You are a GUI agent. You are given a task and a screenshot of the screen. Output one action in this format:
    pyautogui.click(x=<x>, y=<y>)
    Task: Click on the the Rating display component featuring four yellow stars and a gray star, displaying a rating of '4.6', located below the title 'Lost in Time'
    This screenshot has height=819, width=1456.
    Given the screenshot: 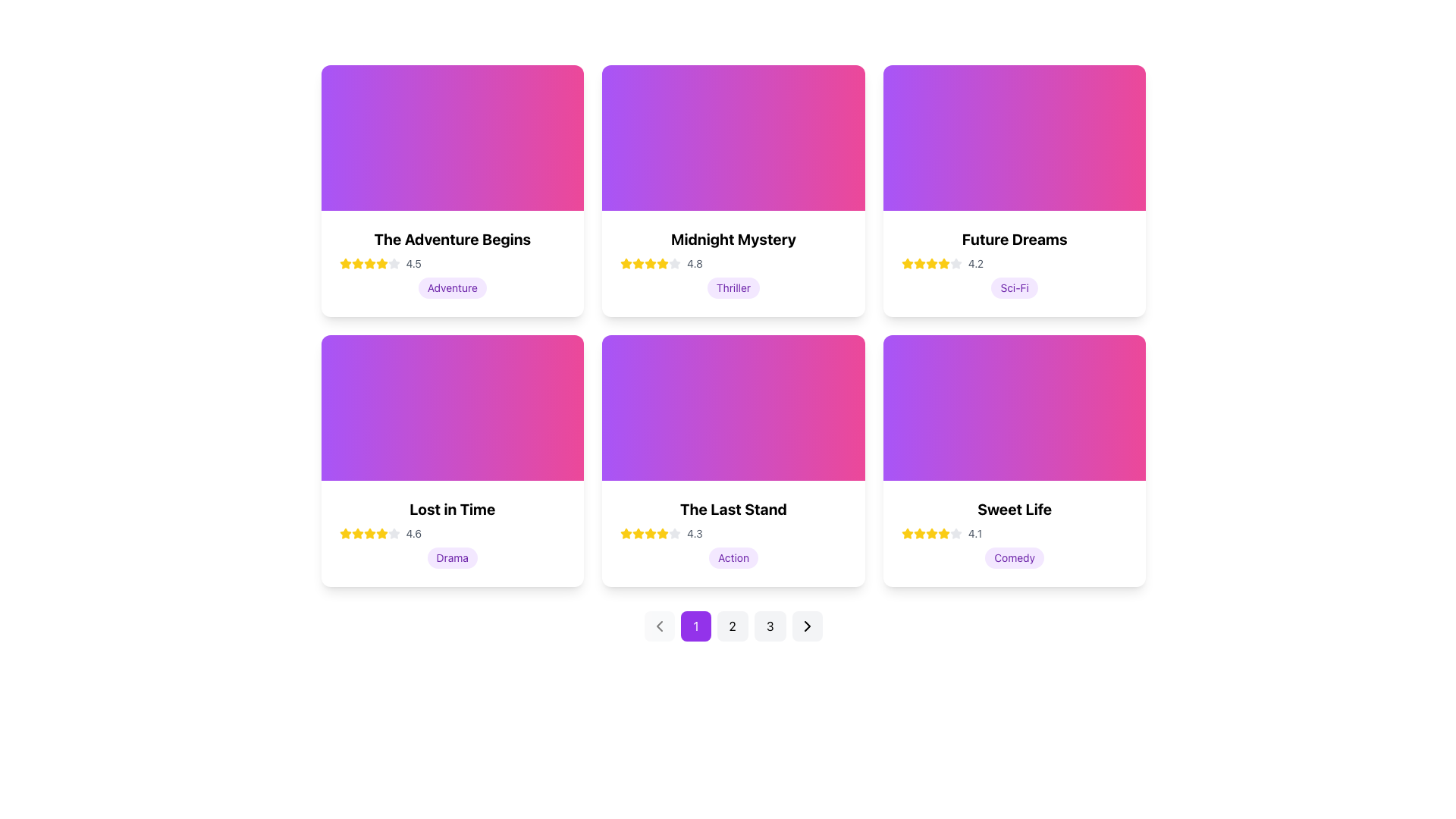 What is the action you would take?
    pyautogui.click(x=451, y=533)
    